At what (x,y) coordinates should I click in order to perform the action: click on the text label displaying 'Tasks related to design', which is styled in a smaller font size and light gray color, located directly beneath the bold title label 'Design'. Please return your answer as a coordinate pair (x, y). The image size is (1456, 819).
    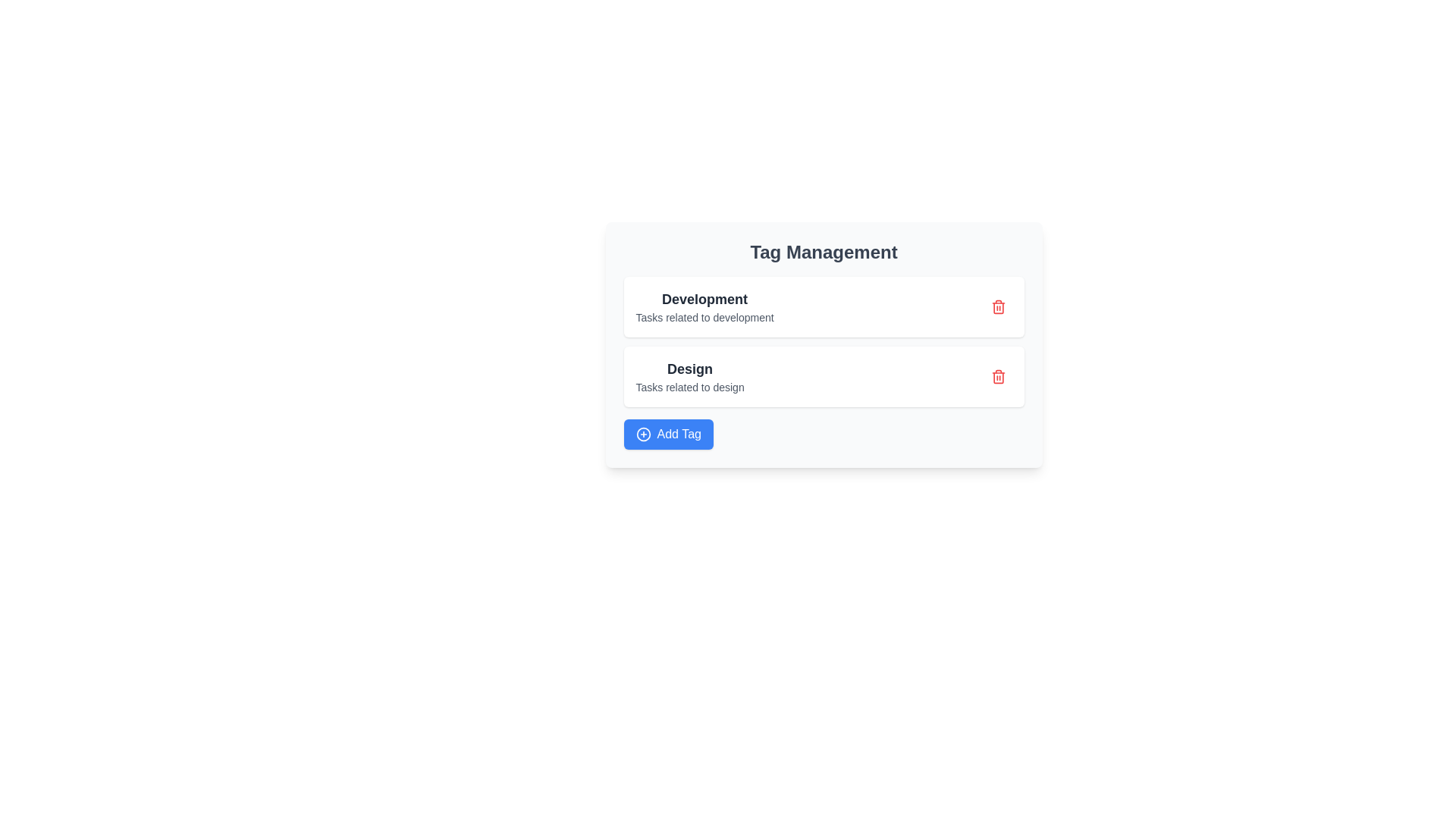
    Looking at the image, I should click on (689, 386).